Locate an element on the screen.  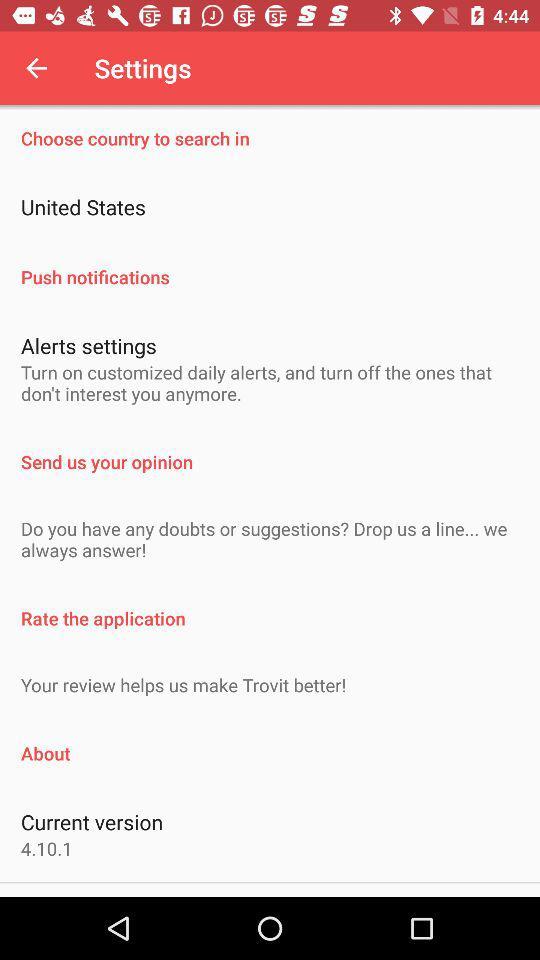
the item next to the settings is located at coordinates (36, 68).